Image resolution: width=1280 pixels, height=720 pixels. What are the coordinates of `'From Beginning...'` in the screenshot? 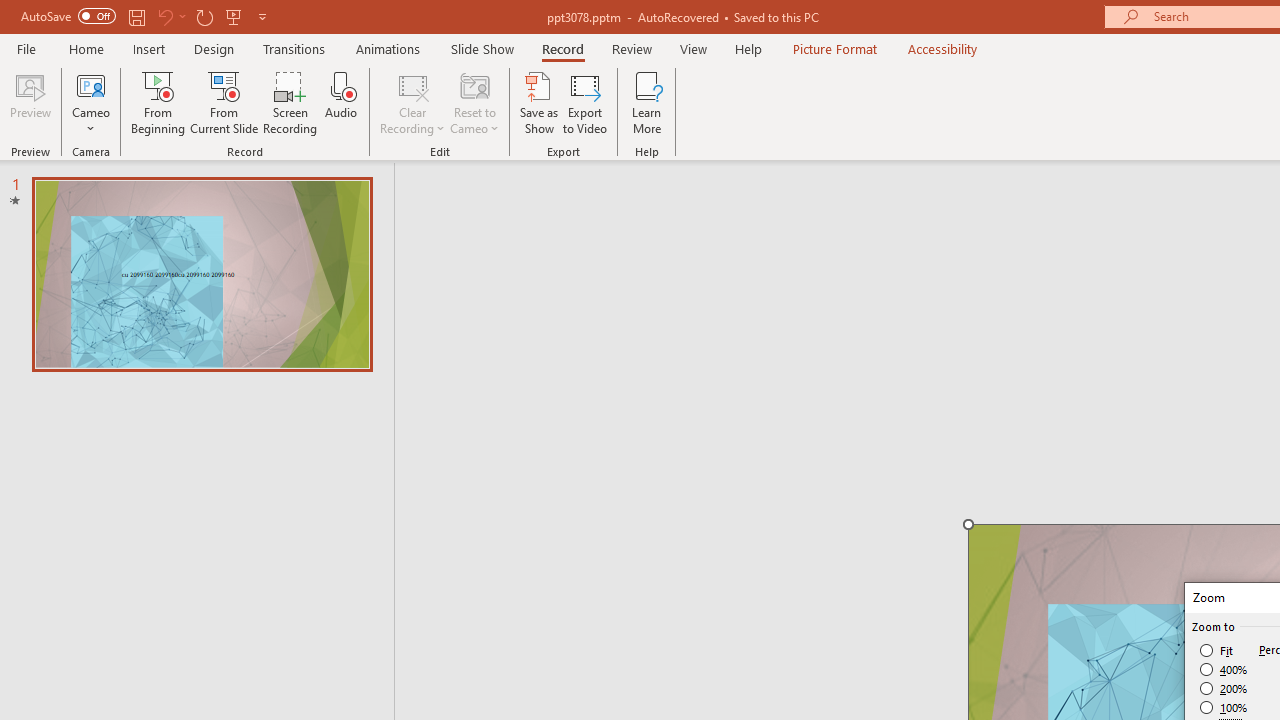 It's located at (157, 103).